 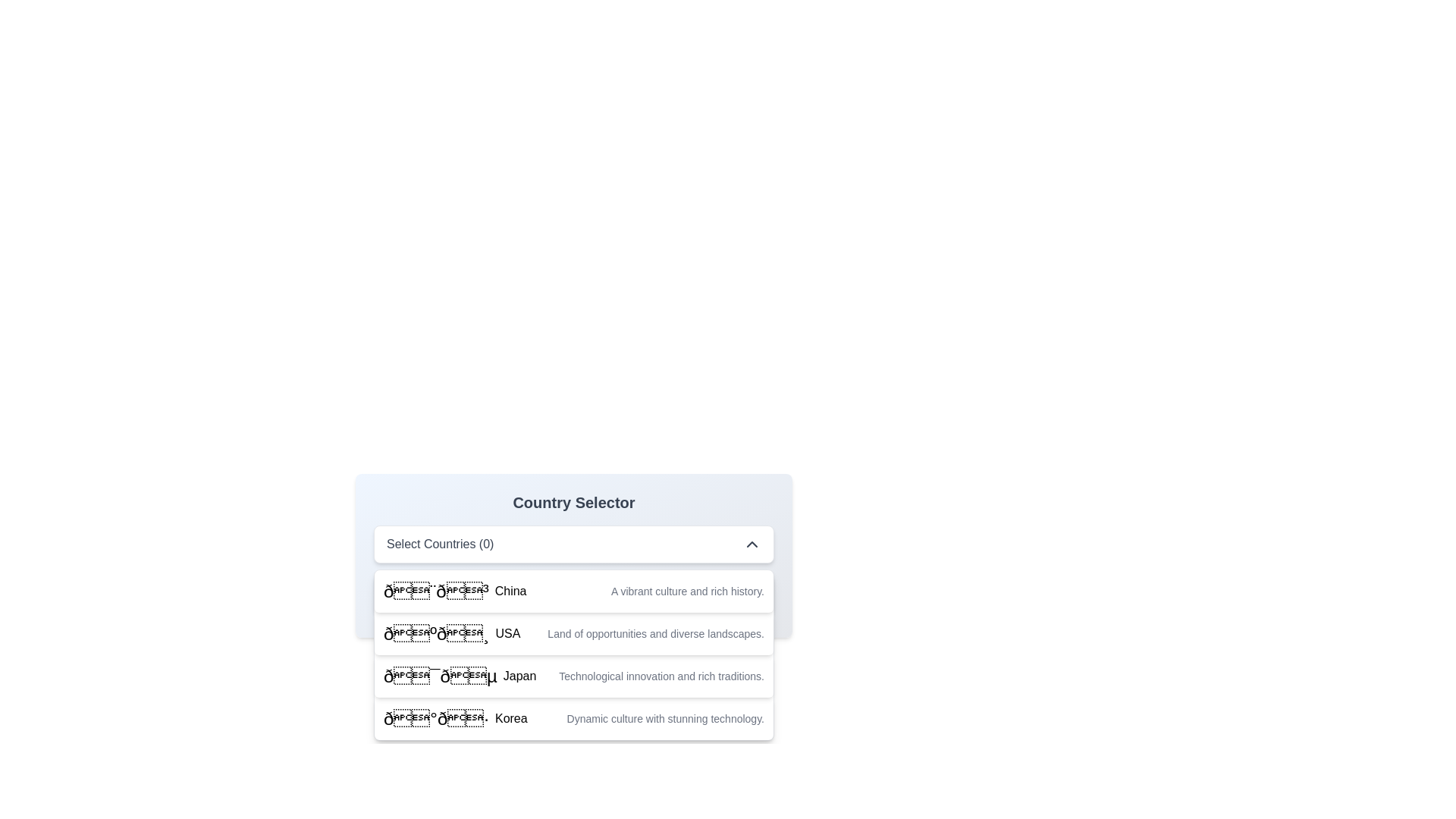 What do you see at coordinates (454, 590) in the screenshot?
I see `the selectable option for 'China' in the dropdown menu` at bounding box center [454, 590].